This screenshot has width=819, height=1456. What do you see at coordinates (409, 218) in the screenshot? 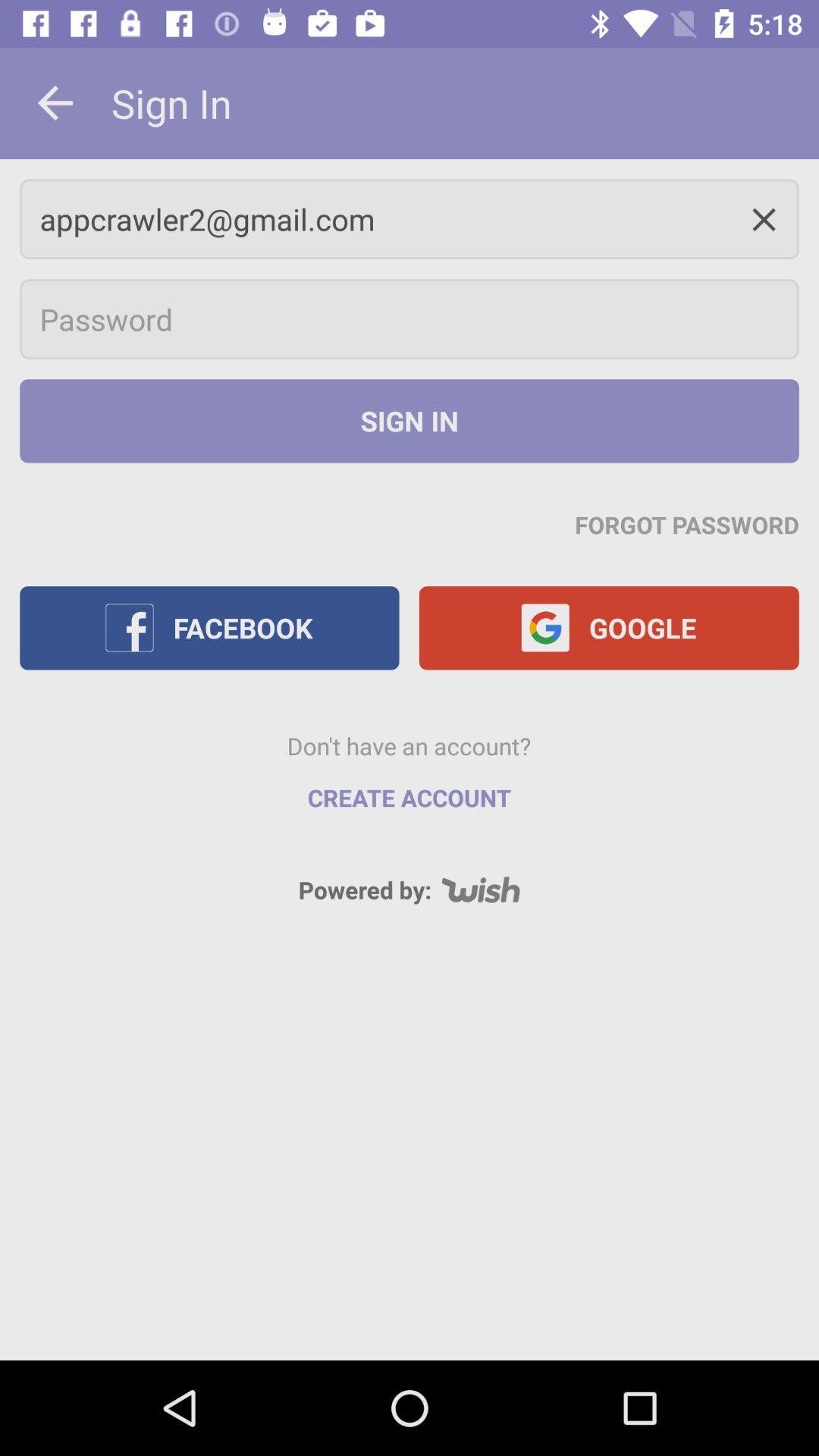
I see `appcrawler2@gmail.com` at bounding box center [409, 218].